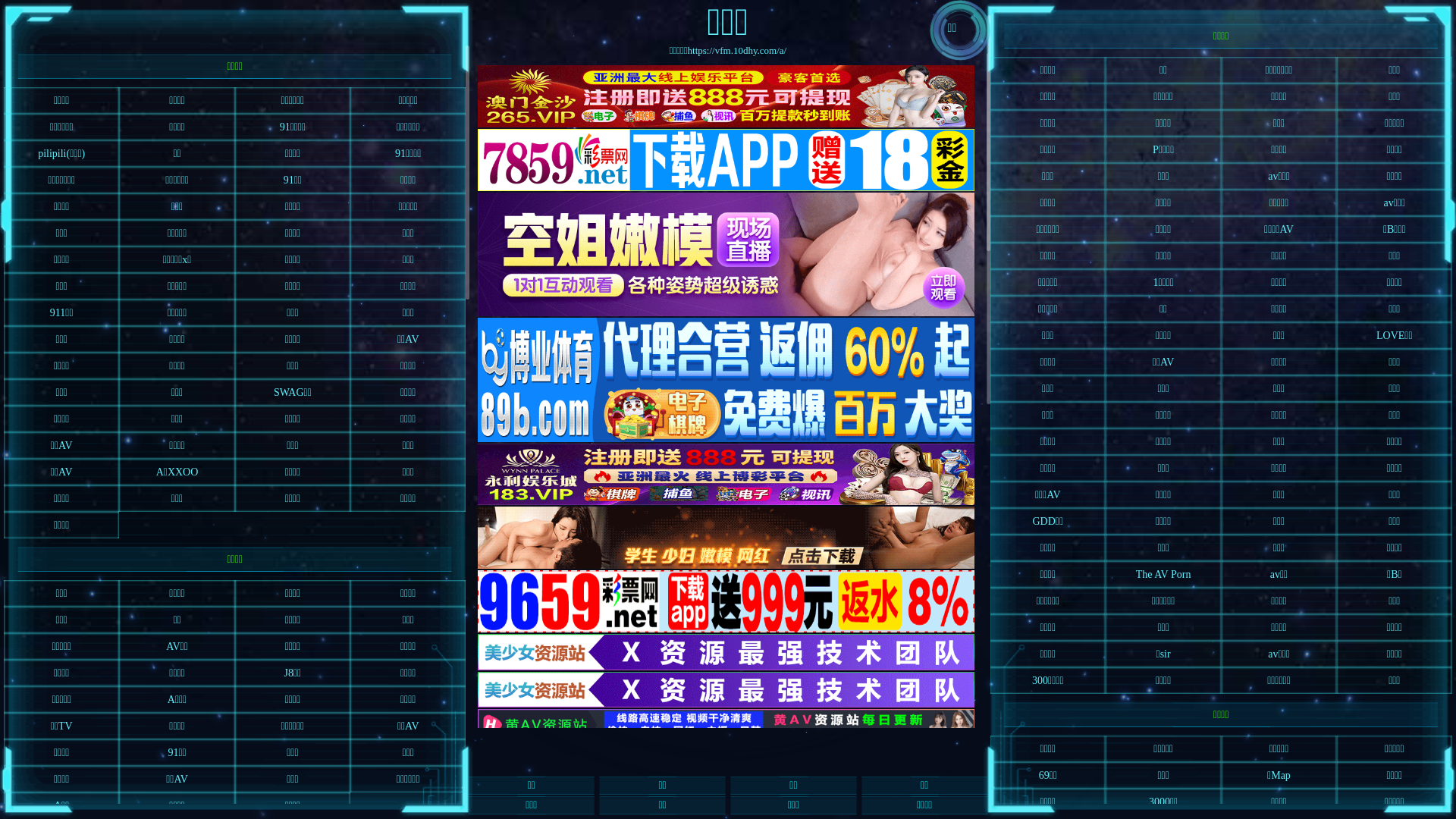 The width and height of the screenshot is (1456, 819). What do you see at coordinates (1106, 574) in the screenshot?
I see `'The AV Porn'` at bounding box center [1106, 574].